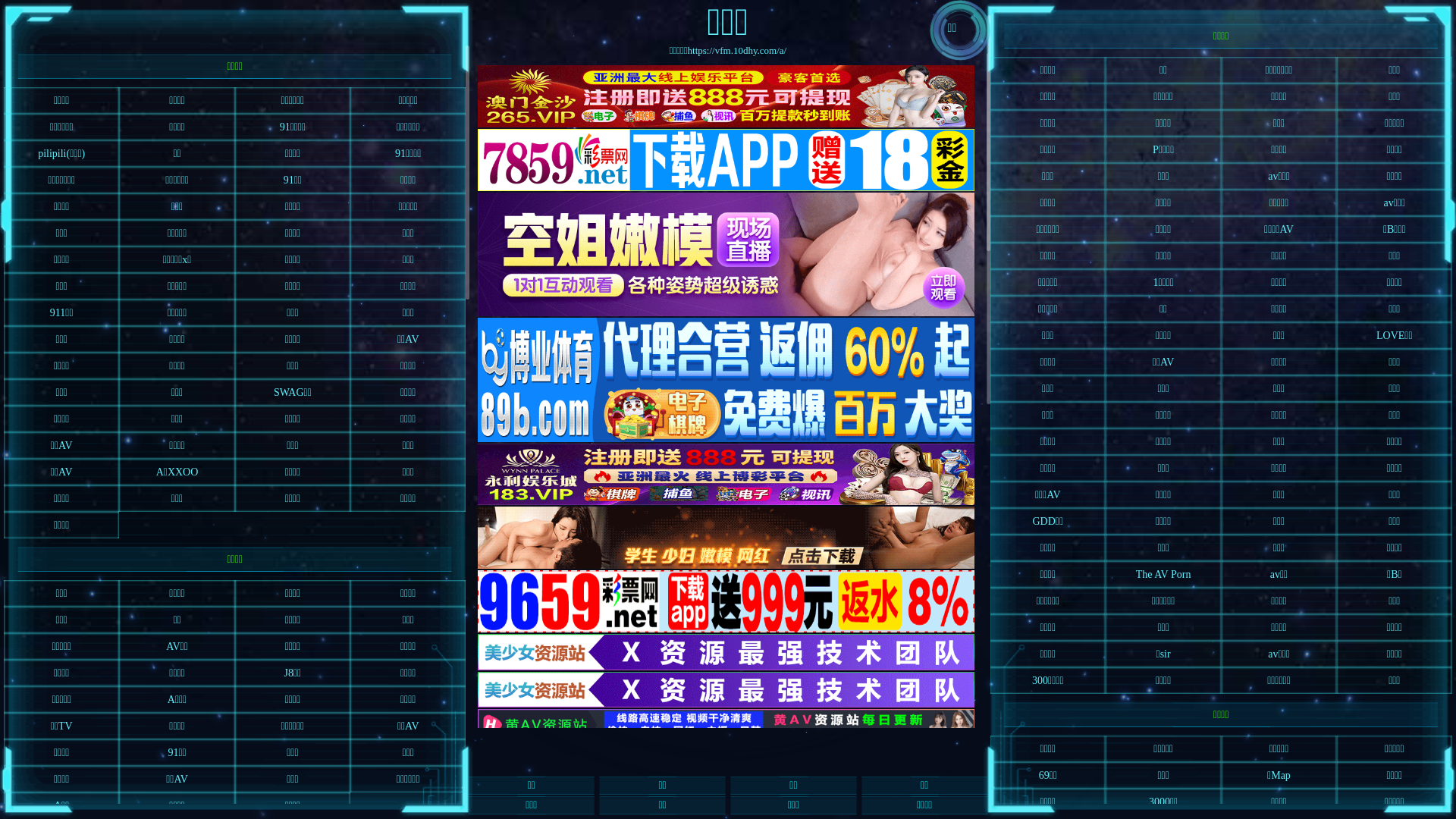 The width and height of the screenshot is (1456, 819). What do you see at coordinates (1106, 574) in the screenshot?
I see `'The AV Porn'` at bounding box center [1106, 574].